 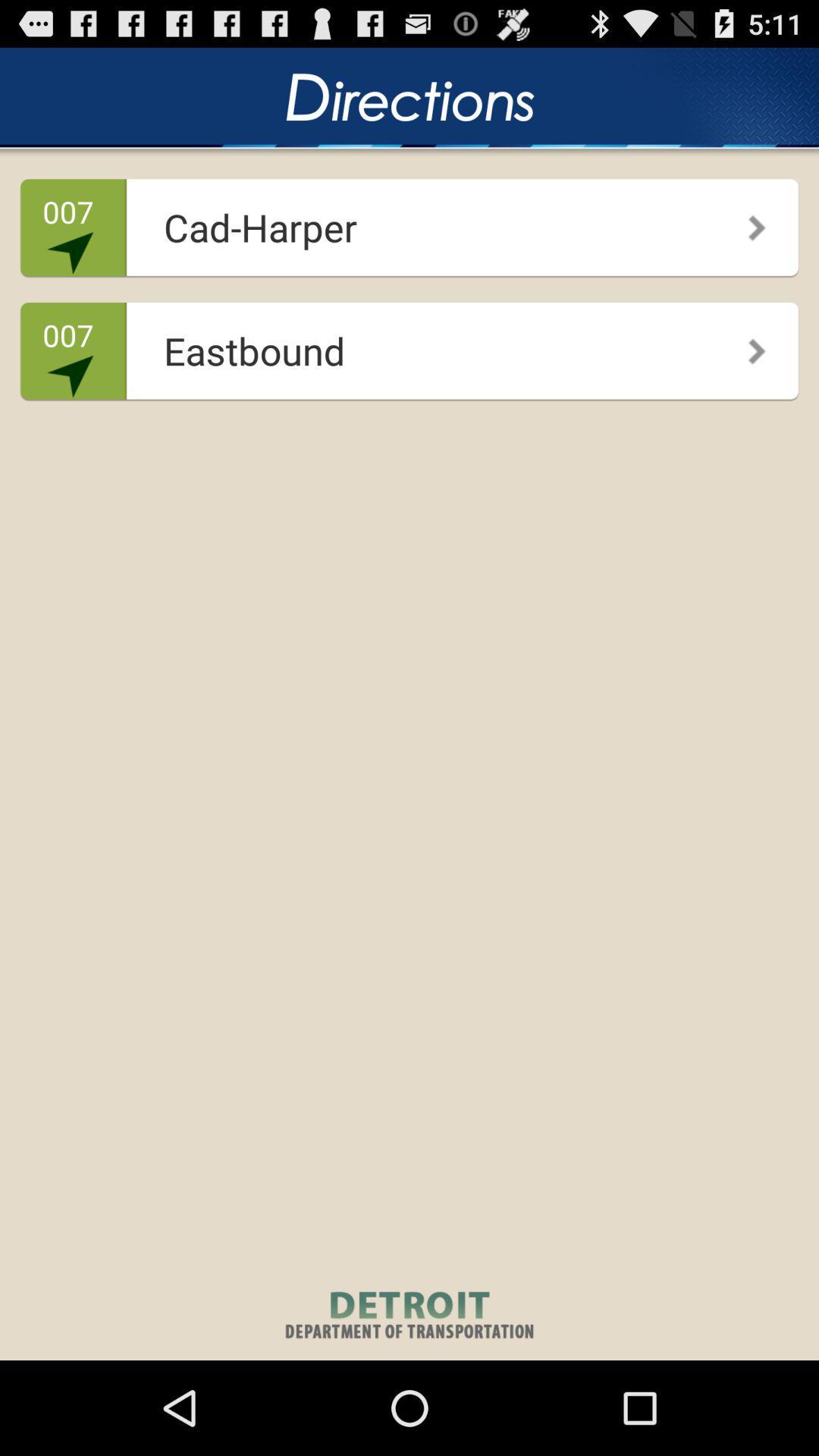 I want to click on eastbound, so click(x=404, y=345).